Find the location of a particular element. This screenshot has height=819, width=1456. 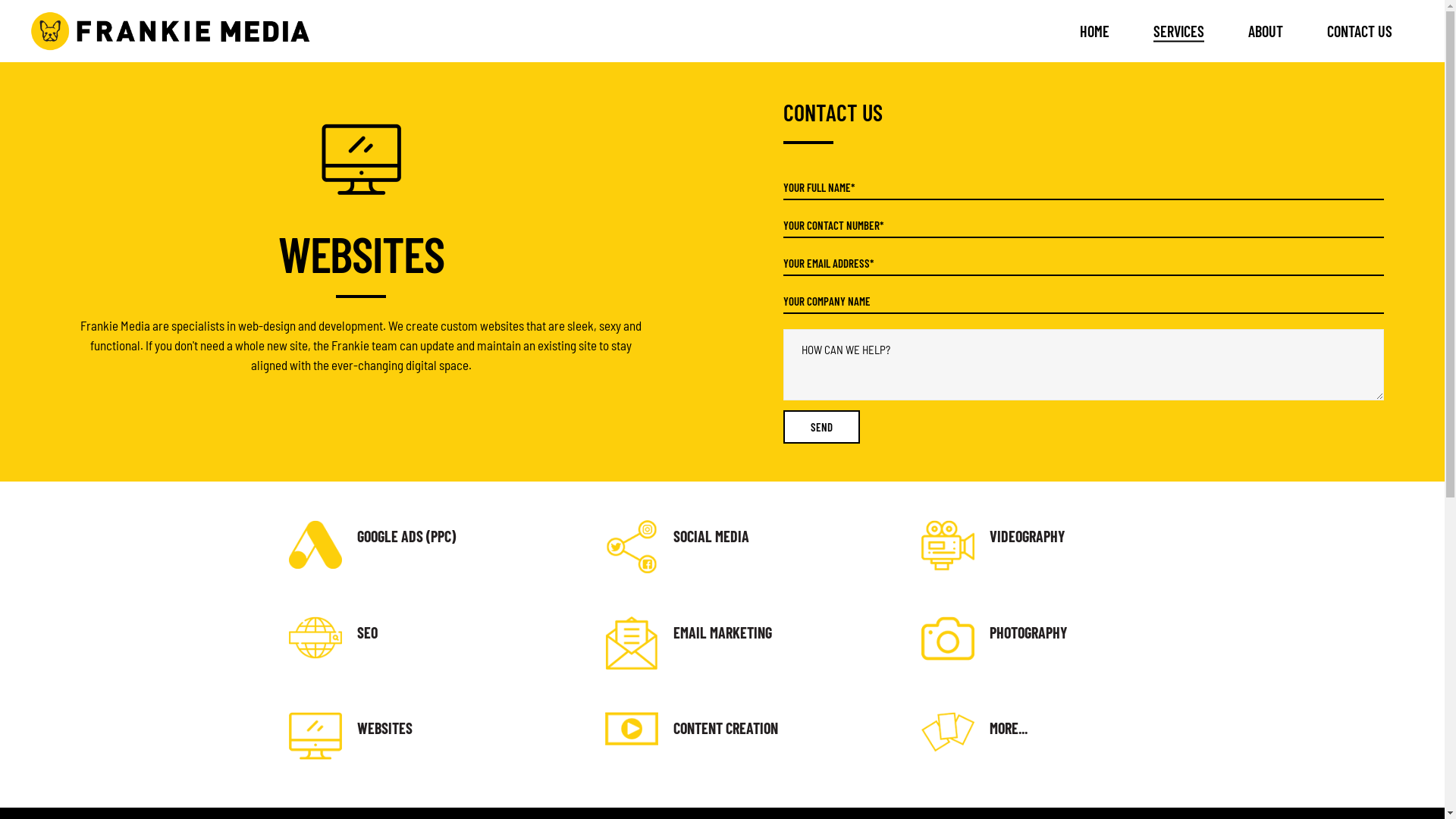

'SEO' is located at coordinates (366, 632).